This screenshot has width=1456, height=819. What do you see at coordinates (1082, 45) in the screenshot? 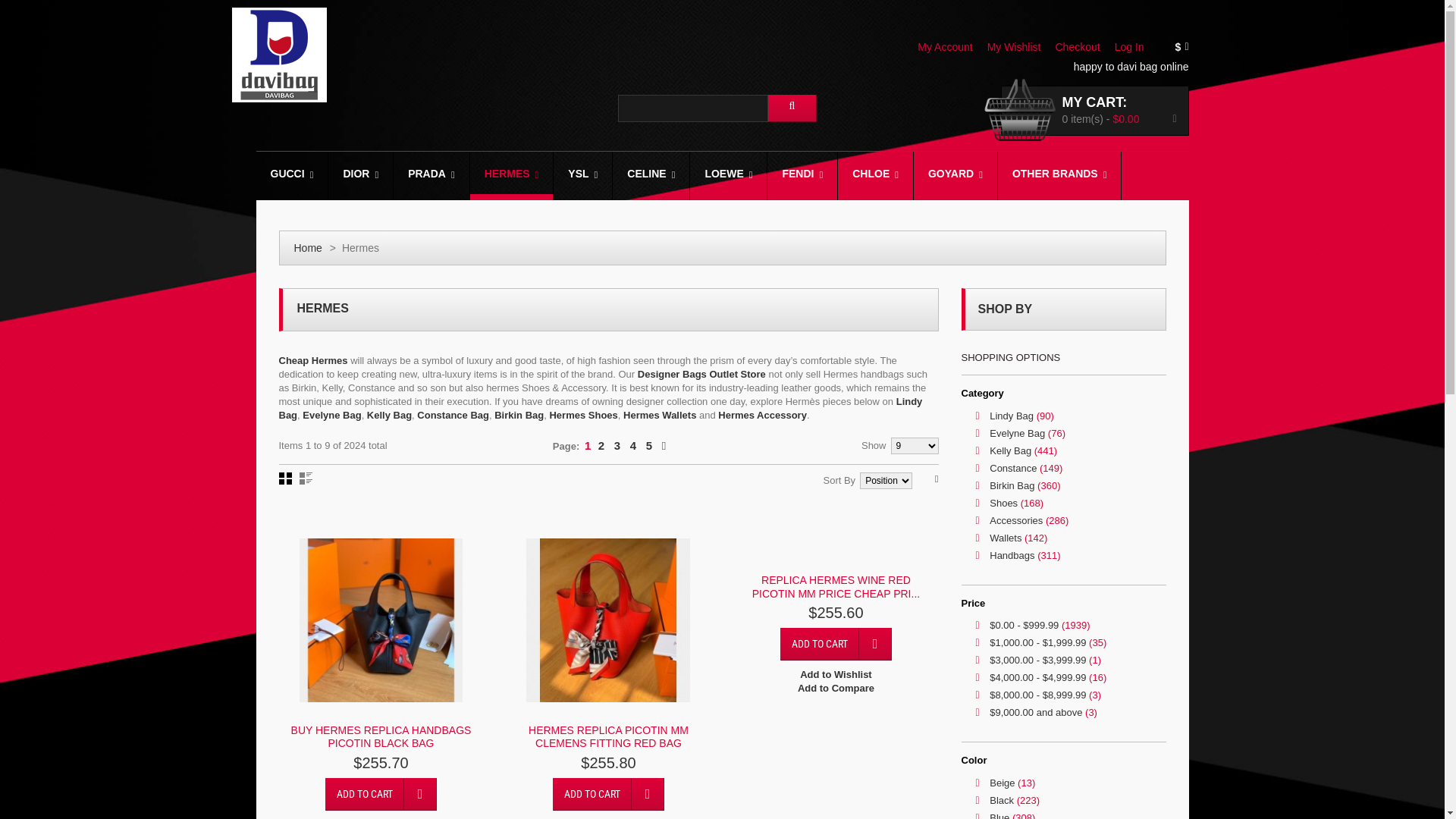
I see `'Checkout'` at bounding box center [1082, 45].